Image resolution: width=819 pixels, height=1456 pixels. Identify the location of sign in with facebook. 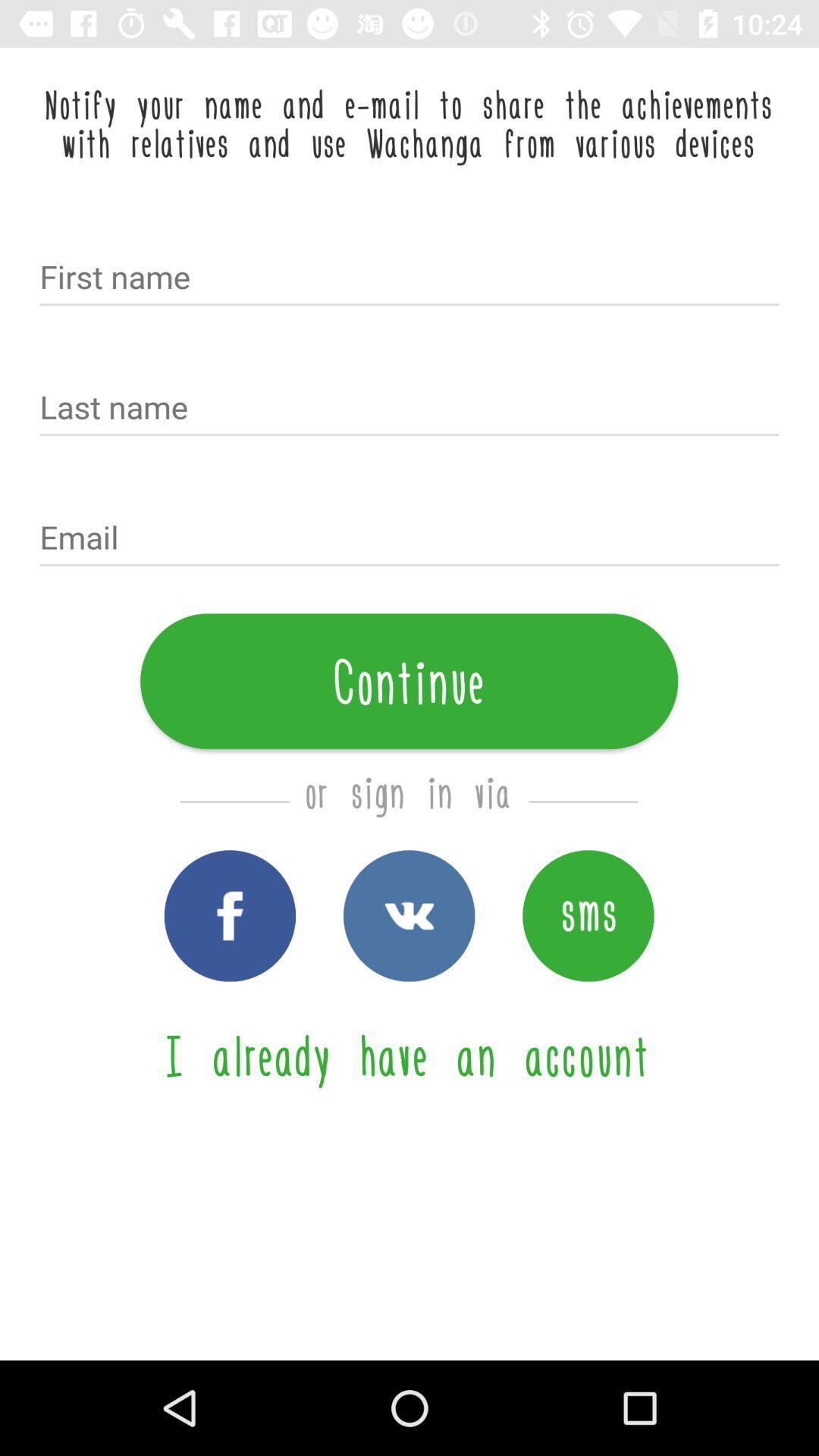
(230, 915).